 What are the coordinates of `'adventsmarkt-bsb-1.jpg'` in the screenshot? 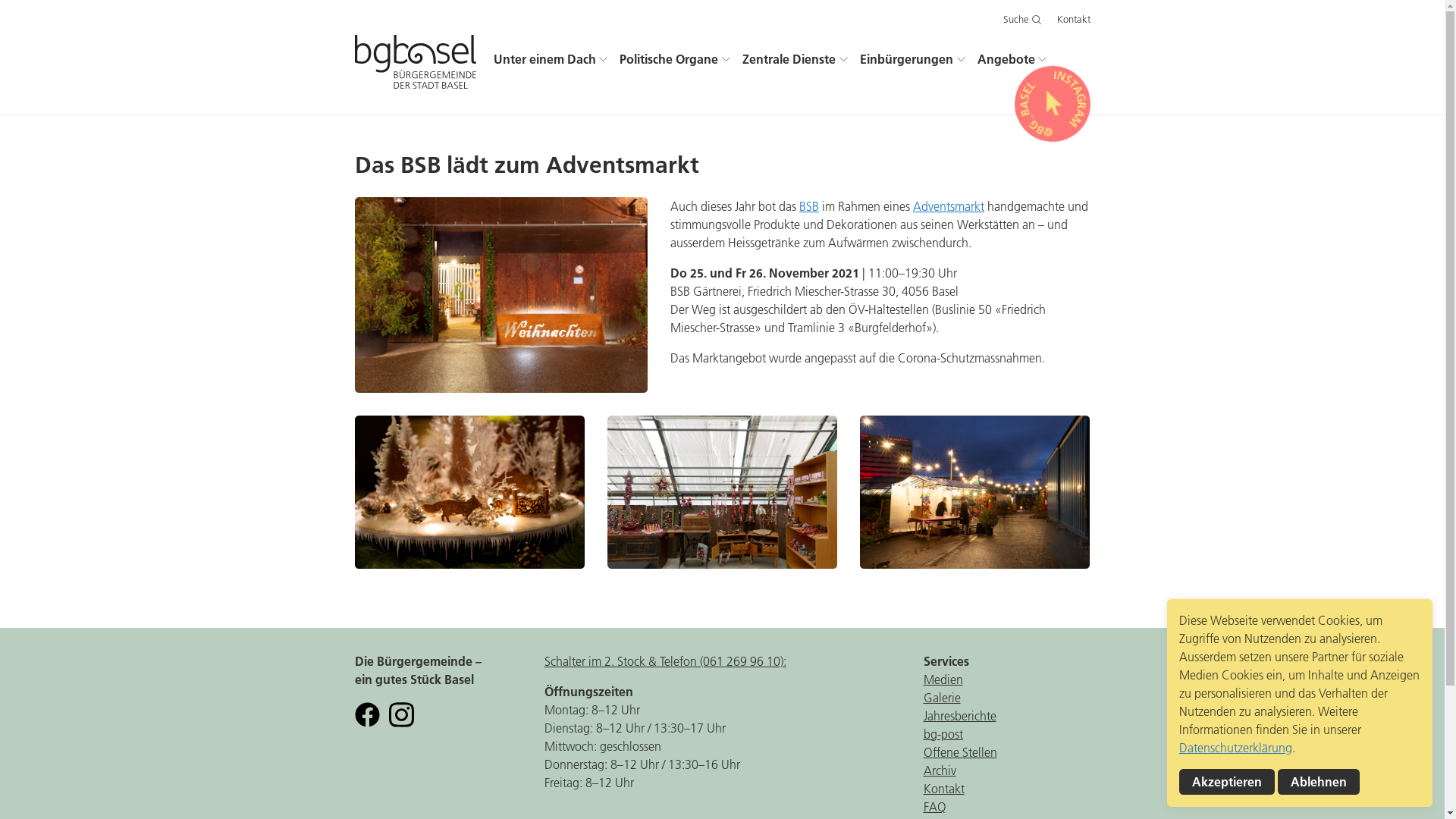 It's located at (469, 491).